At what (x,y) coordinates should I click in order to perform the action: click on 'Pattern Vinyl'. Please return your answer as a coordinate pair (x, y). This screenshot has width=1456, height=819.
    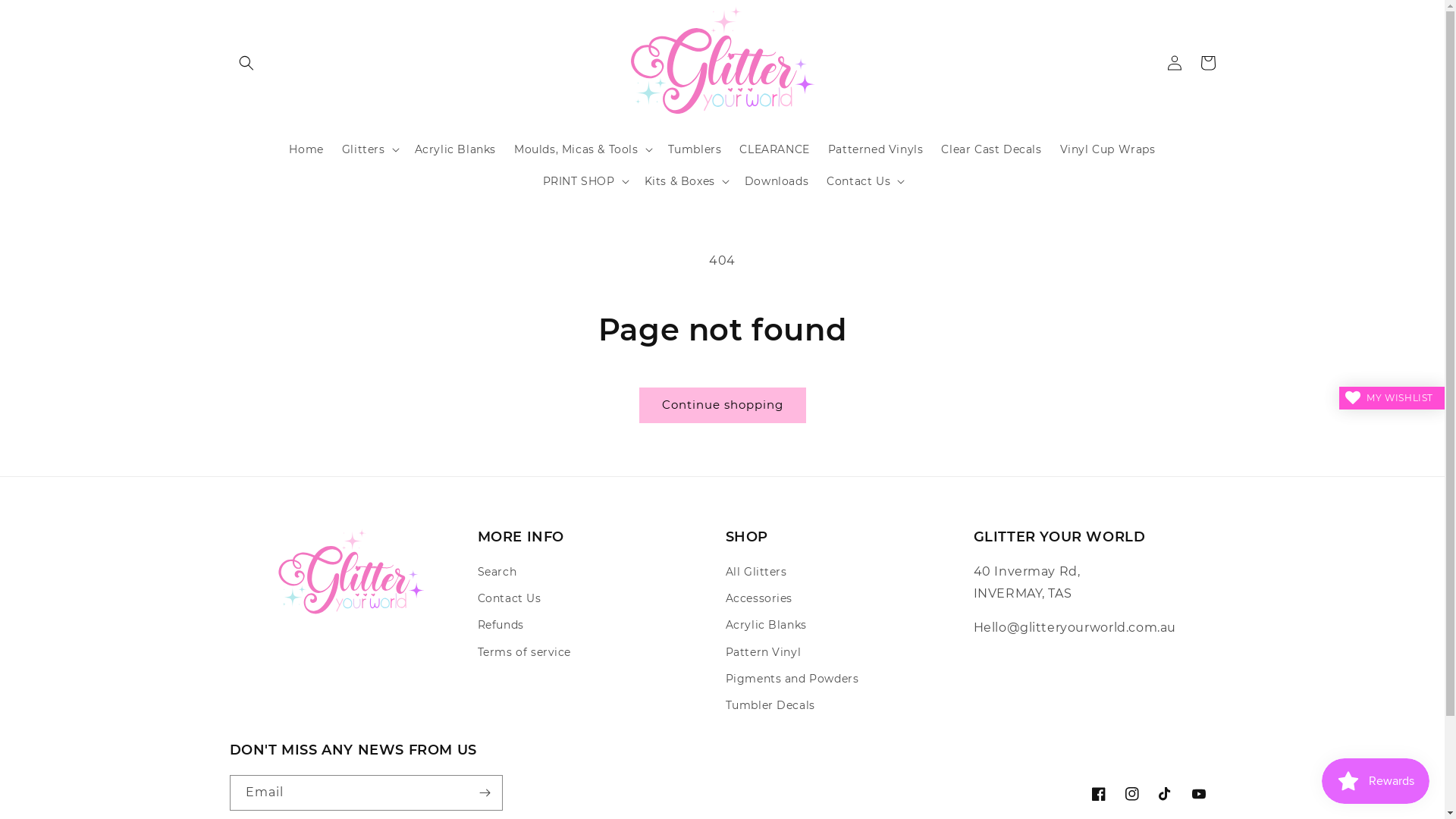
    Looking at the image, I should click on (763, 651).